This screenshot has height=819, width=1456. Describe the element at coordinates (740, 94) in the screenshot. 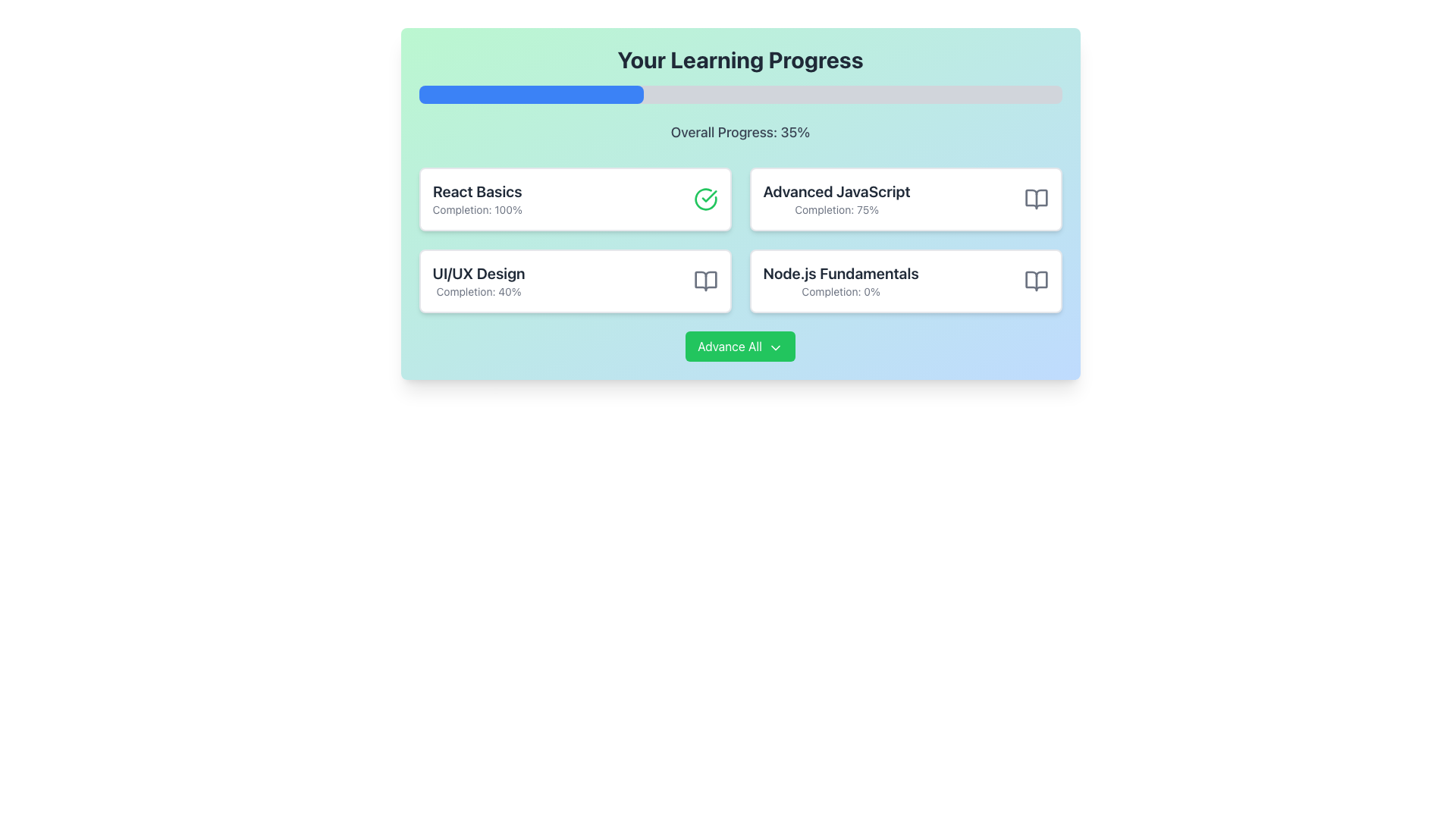

I see `the Progress bar located below the title 'Your Learning Progress' and above 'Overall Progress: 35%'` at that location.